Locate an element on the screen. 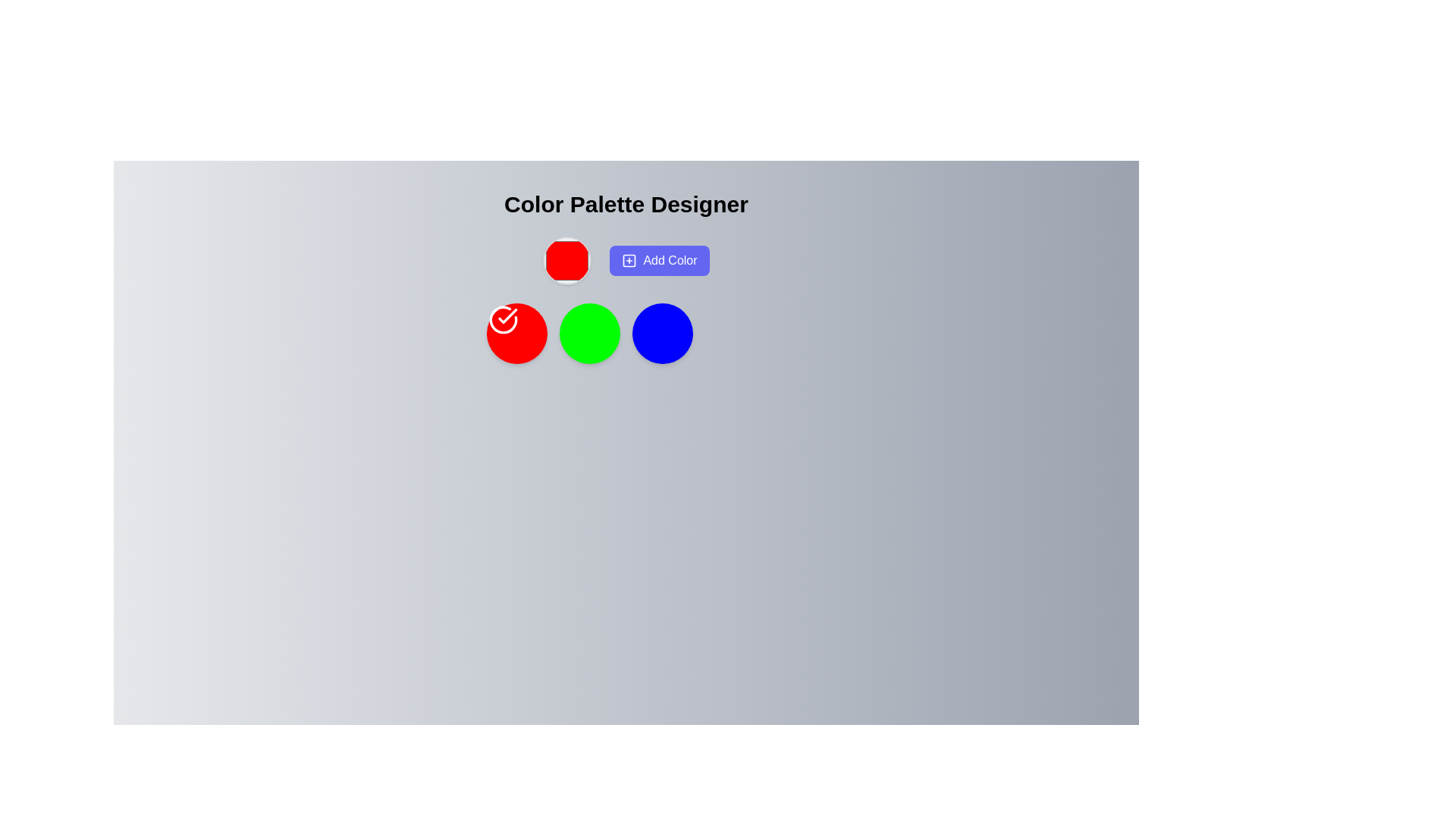  the 'Add Color' button which contains a square-shaped icon with a plus sign in the middle, styled in a minimalistic manner with a purple background is located at coordinates (629, 259).